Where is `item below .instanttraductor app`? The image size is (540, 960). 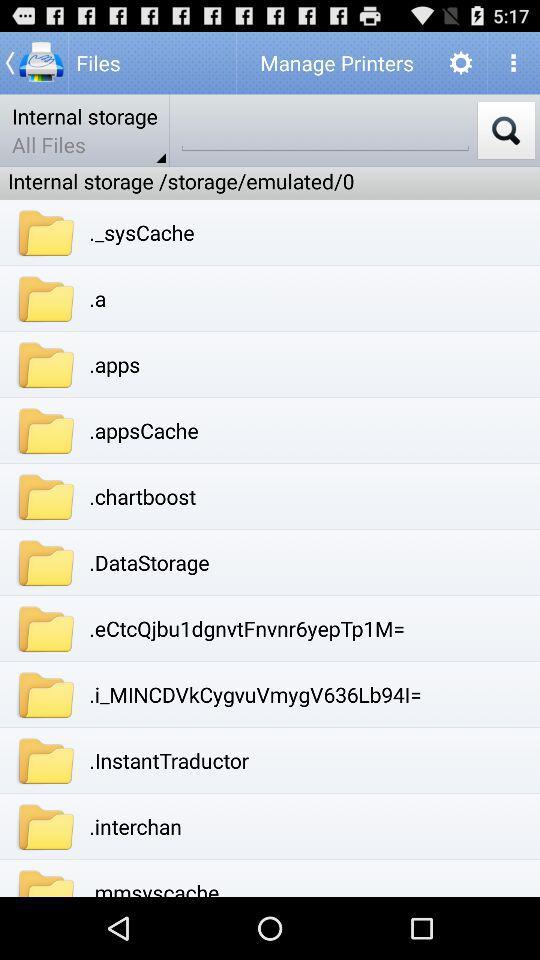 item below .instanttraductor app is located at coordinates (135, 826).